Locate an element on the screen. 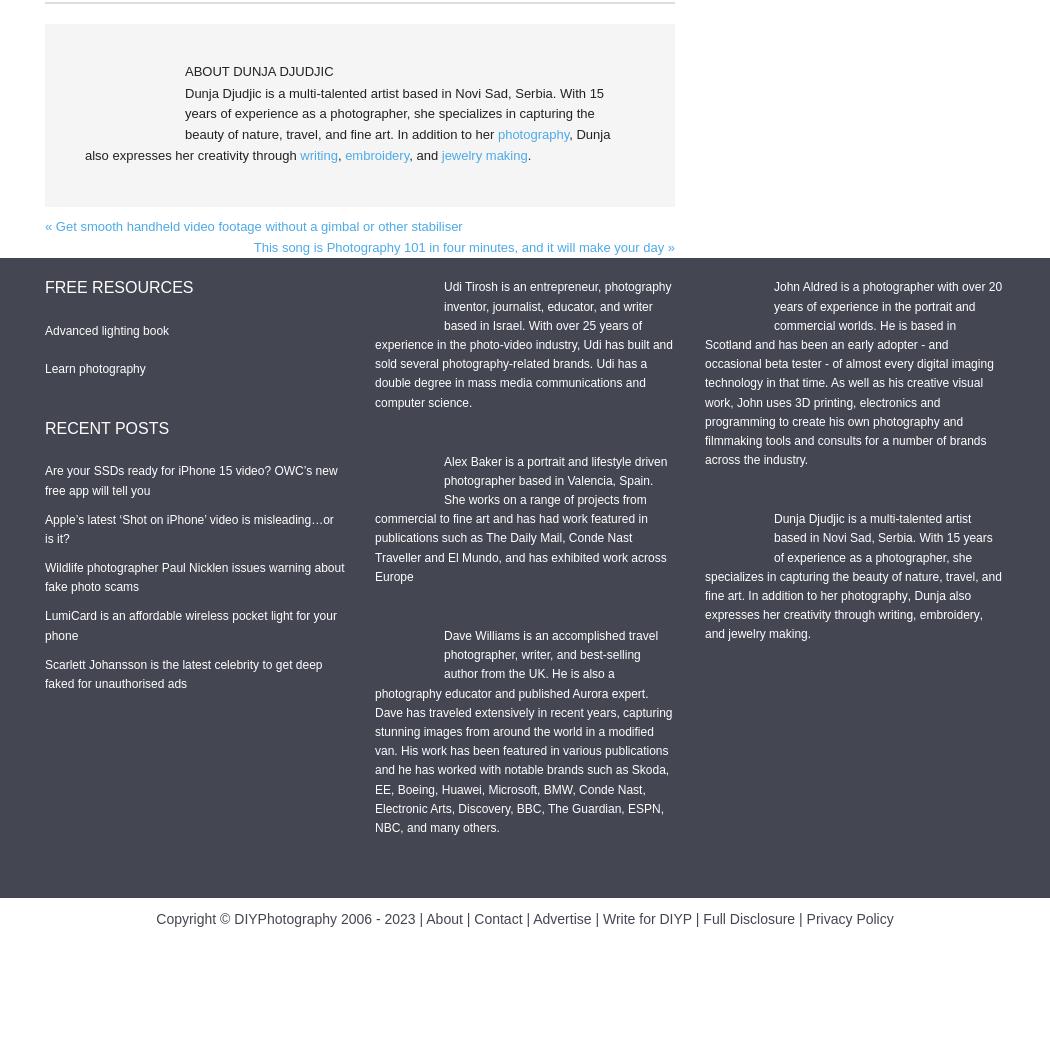 This screenshot has width=1050, height=1040. 'writing' is located at coordinates (894, 613).